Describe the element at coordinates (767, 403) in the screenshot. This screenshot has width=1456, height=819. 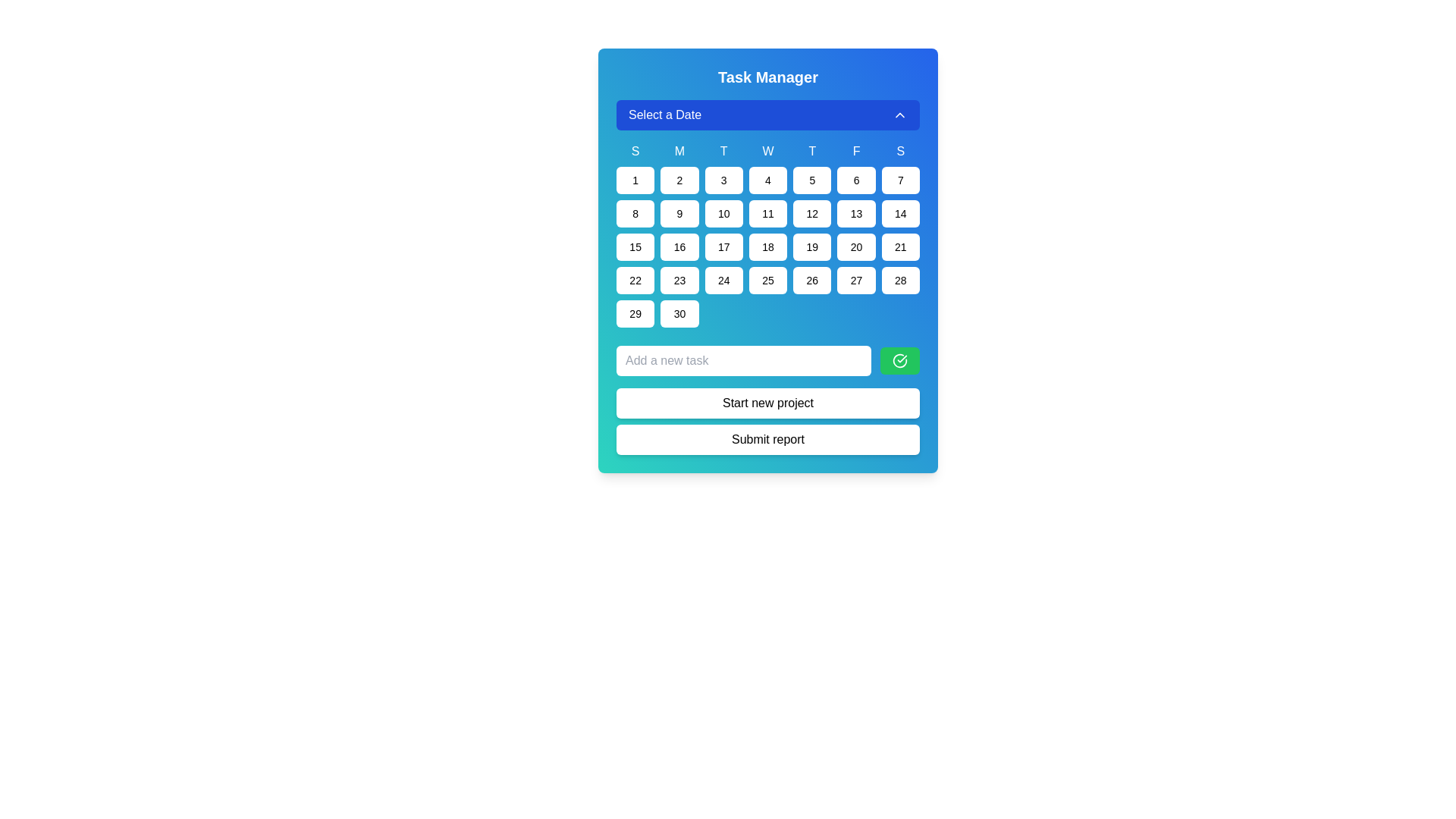
I see `the 'Start new project' button, which is a rectangular button with rounded corners, white background, and black text, located at the bottom of the 'Task Manager' interface` at that location.